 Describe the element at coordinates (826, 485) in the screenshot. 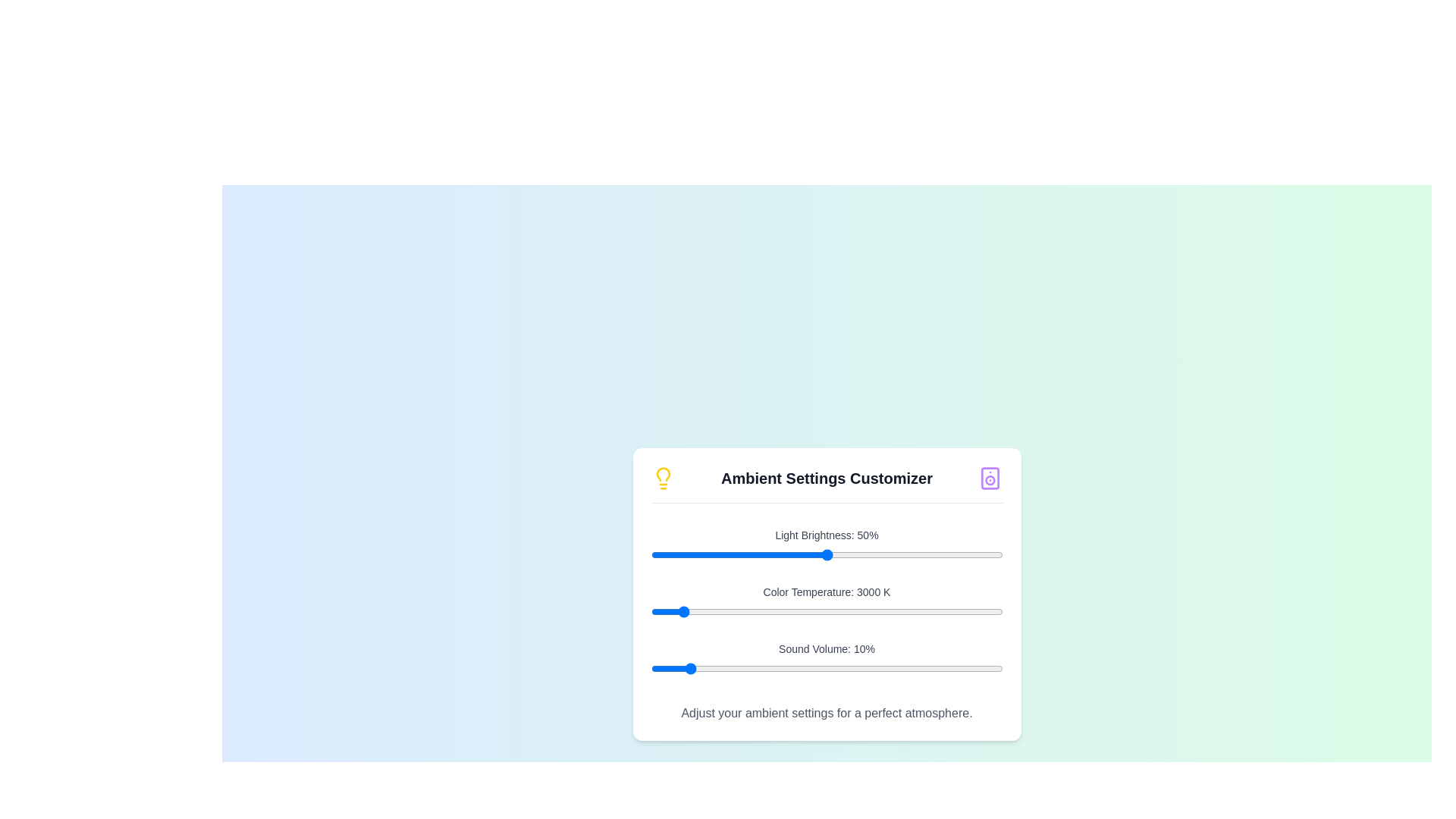

I see `the Header Section of the settings panel, which indicates its purpose as a customizer for ambient settings` at that location.